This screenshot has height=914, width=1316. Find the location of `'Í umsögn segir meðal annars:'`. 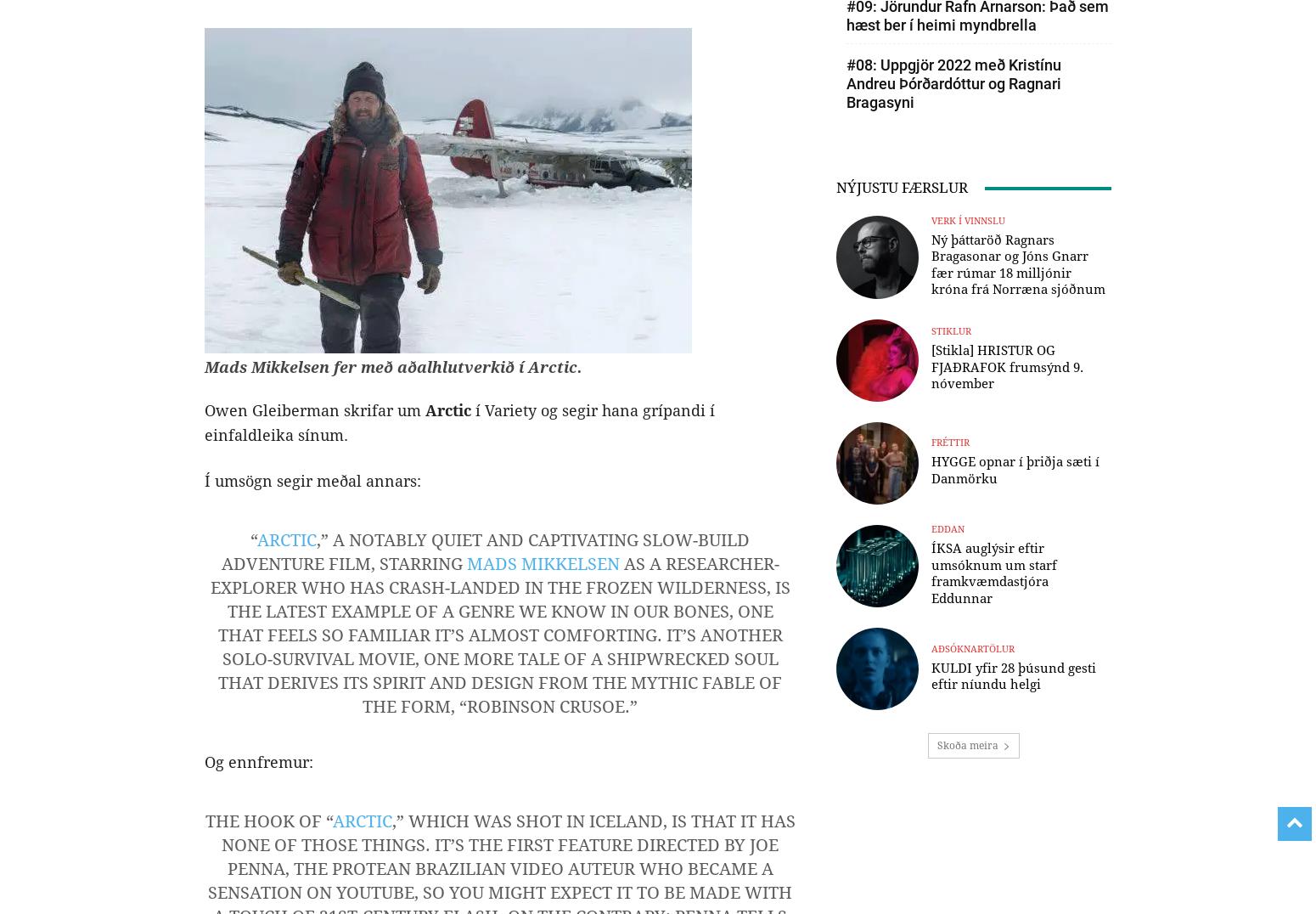

'Í umsögn segir meðal annars:' is located at coordinates (312, 480).